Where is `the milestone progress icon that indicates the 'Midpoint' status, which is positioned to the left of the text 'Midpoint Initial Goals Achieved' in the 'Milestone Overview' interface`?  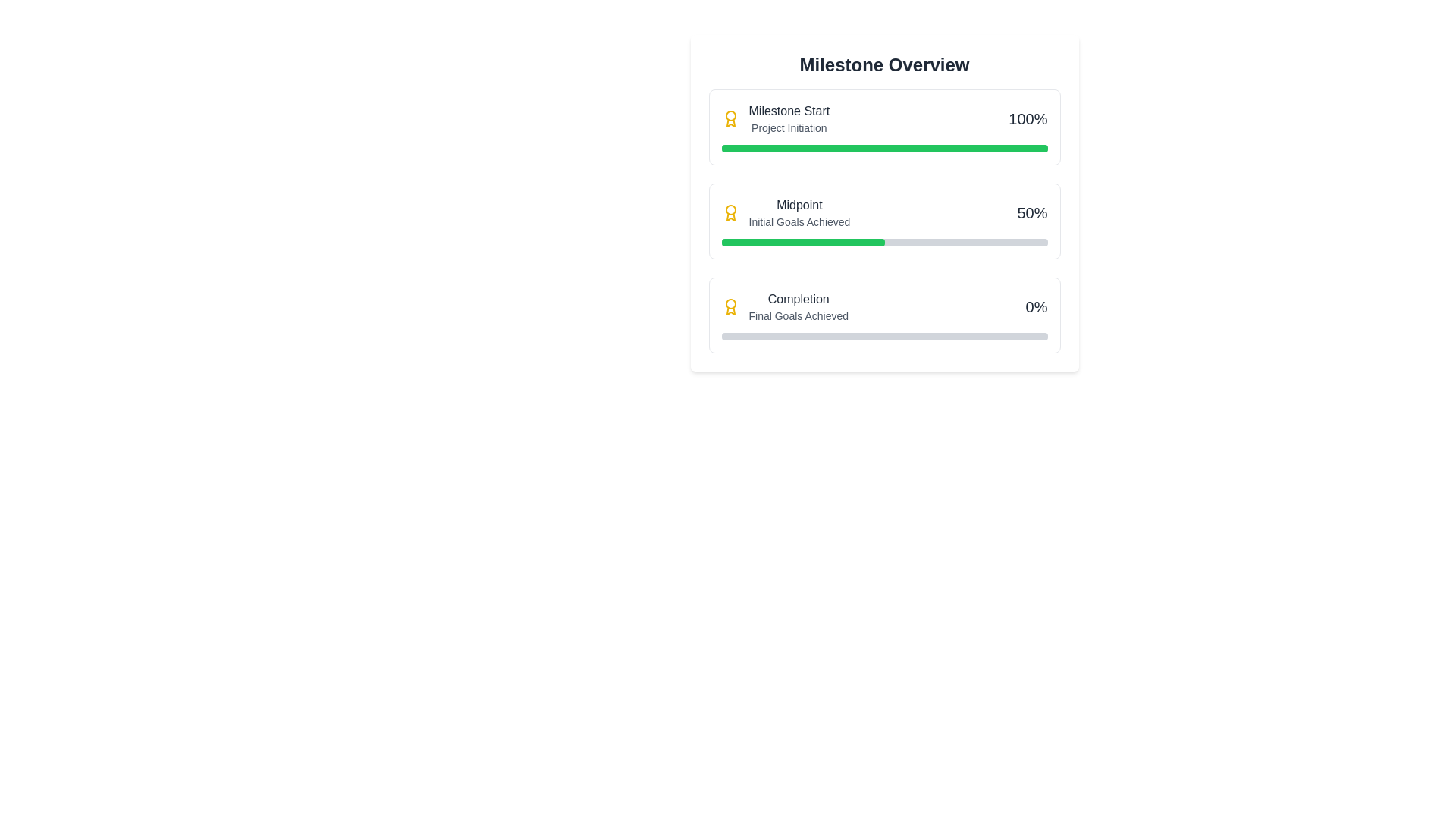
the milestone progress icon that indicates the 'Midpoint' status, which is positioned to the left of the text 'Midpoint Initial Goals Achieved' in the 'Milestone Overview' interface is located at coordinates (730, 213).